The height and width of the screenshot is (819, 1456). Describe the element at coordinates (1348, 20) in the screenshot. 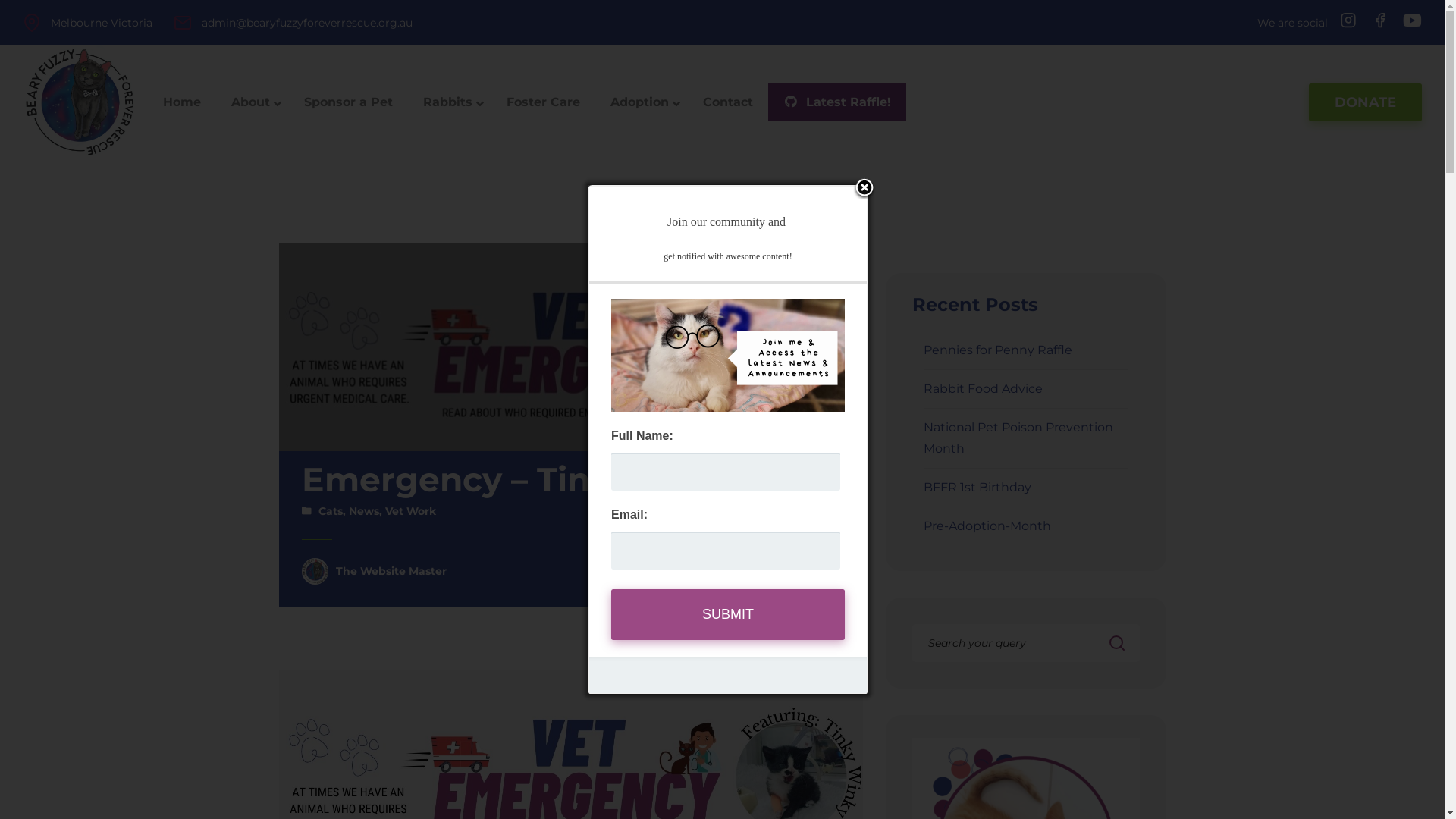

I see `'Instagram'` at that location.